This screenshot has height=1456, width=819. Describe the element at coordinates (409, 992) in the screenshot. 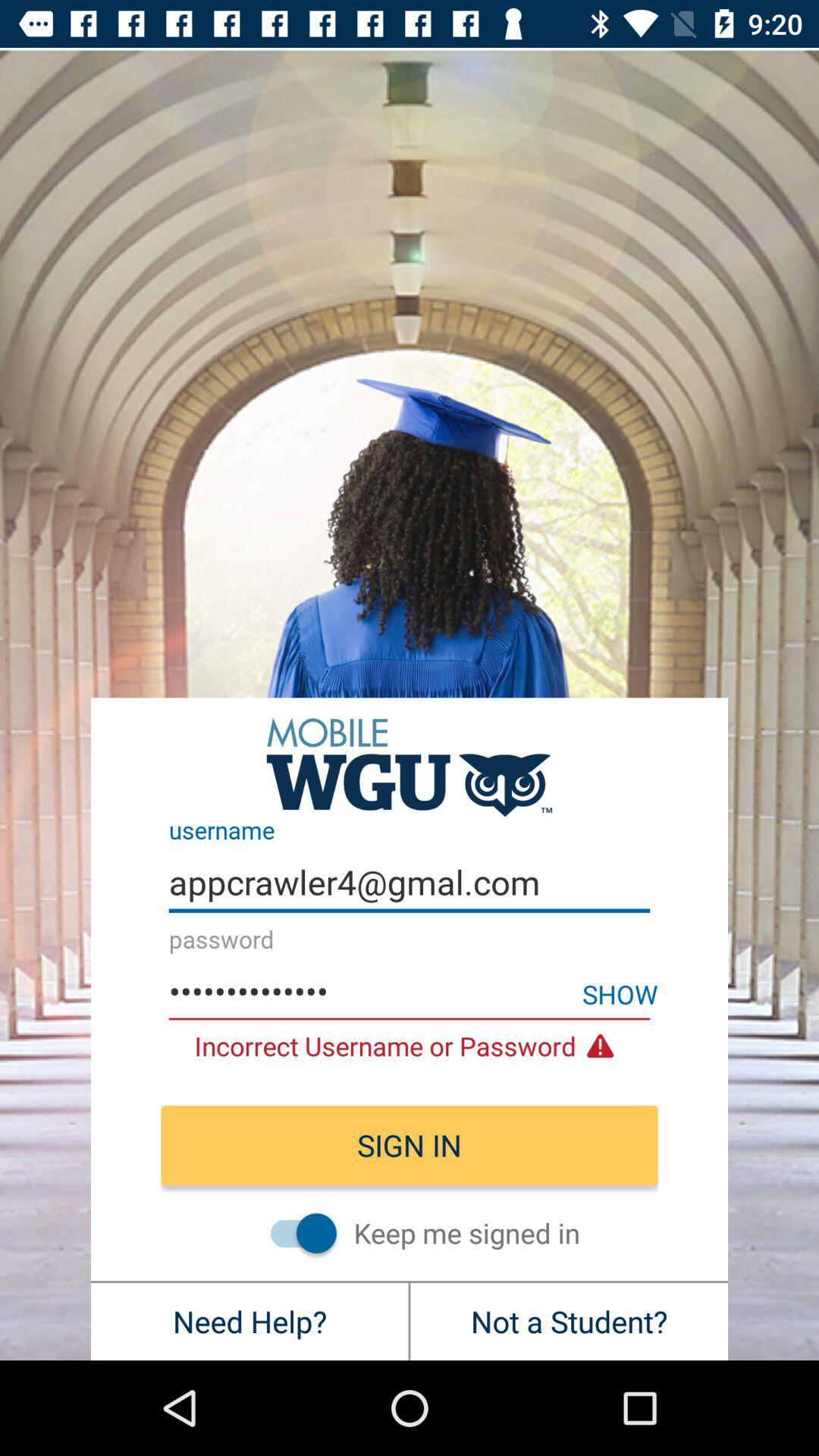

I see `the appcrawler3116 icon` at that location.